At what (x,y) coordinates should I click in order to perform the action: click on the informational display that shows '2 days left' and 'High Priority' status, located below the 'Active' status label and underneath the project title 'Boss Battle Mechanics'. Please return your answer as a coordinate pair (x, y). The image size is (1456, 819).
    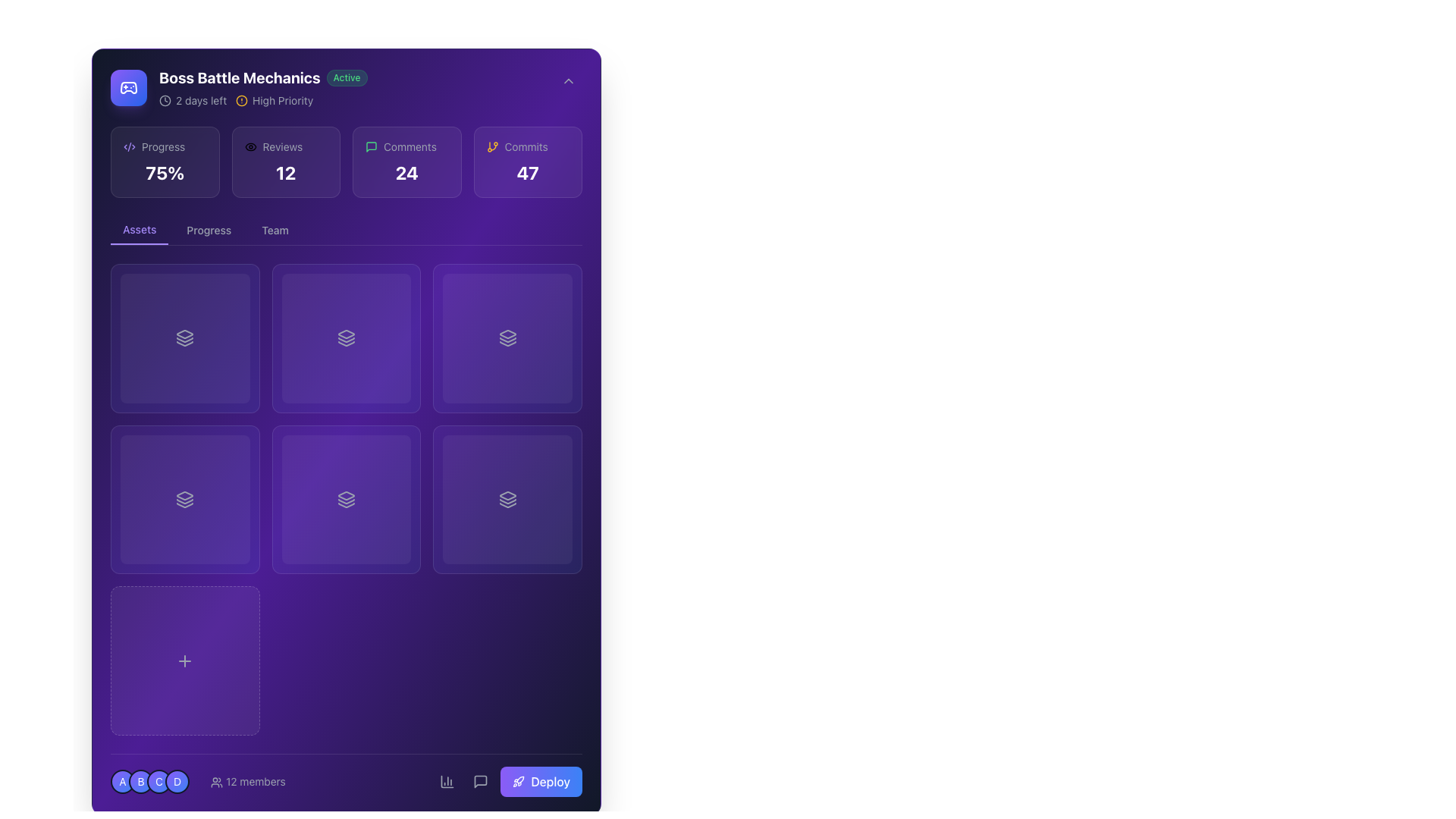
    Looking at the image, I should click on (263, 100).